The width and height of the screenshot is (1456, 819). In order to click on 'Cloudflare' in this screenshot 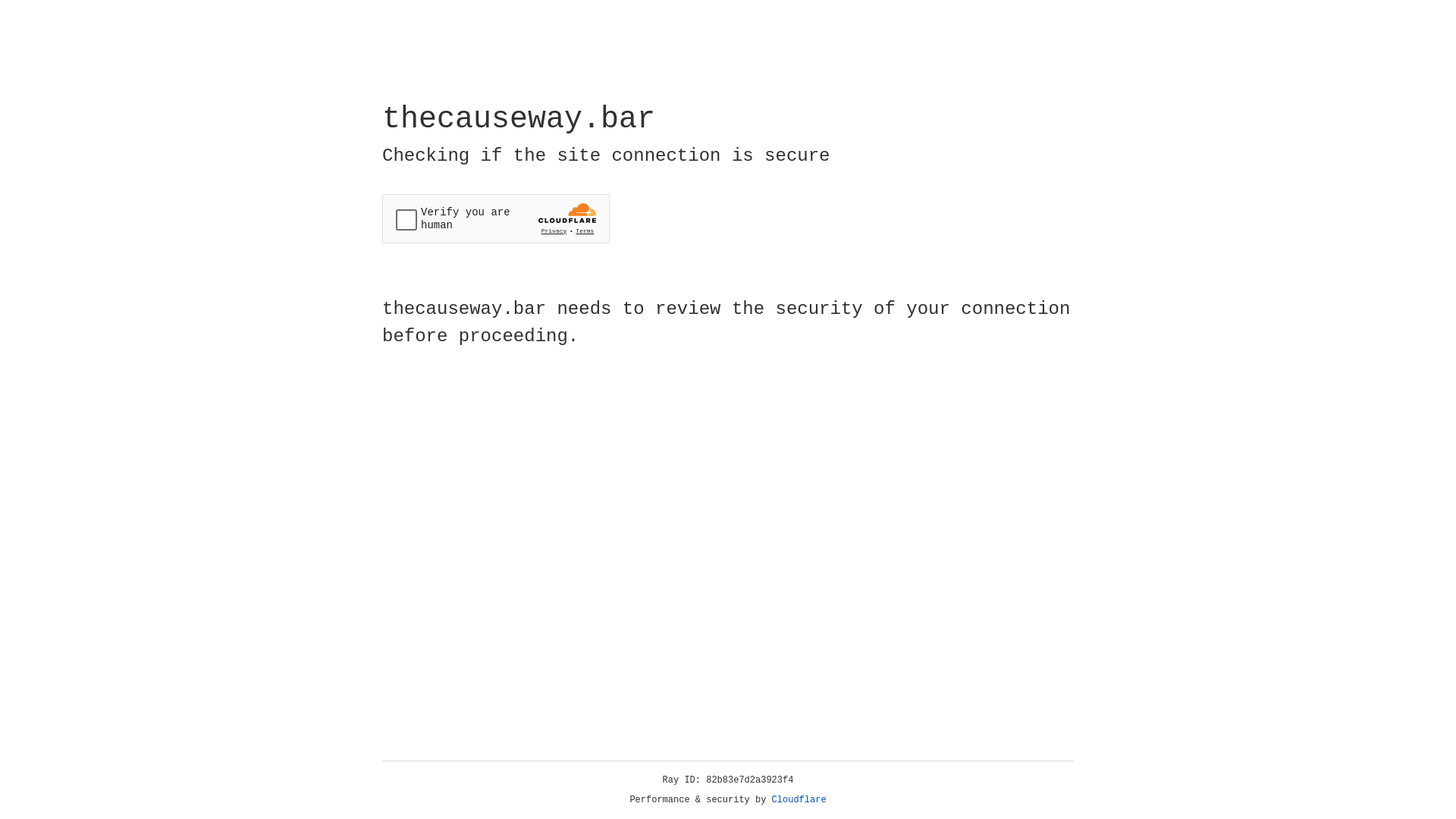, I will do `click(799, 799)`.